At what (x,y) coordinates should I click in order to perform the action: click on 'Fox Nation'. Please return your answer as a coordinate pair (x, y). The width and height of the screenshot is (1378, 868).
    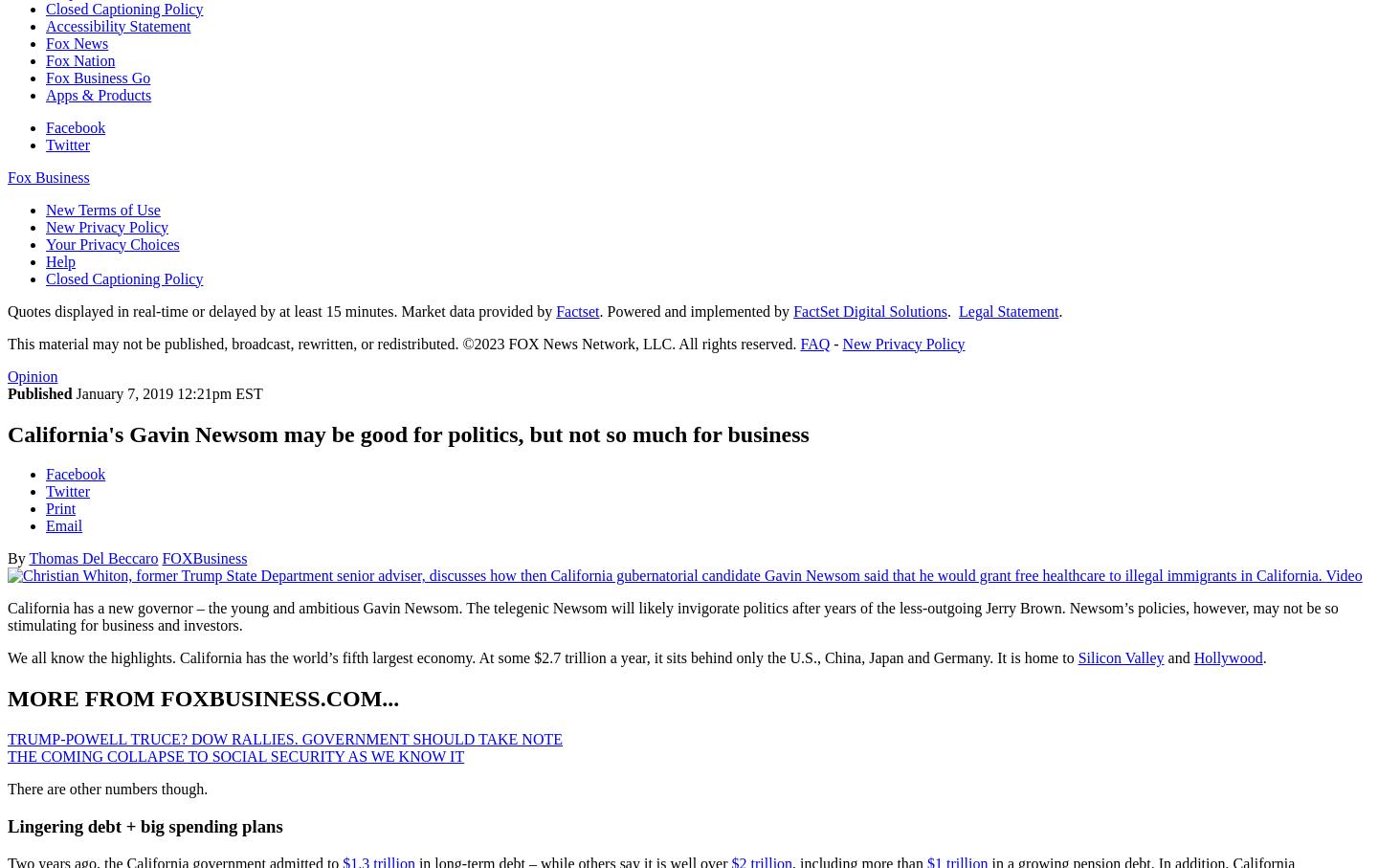
    Looking at the image, I should click on (79, 59).